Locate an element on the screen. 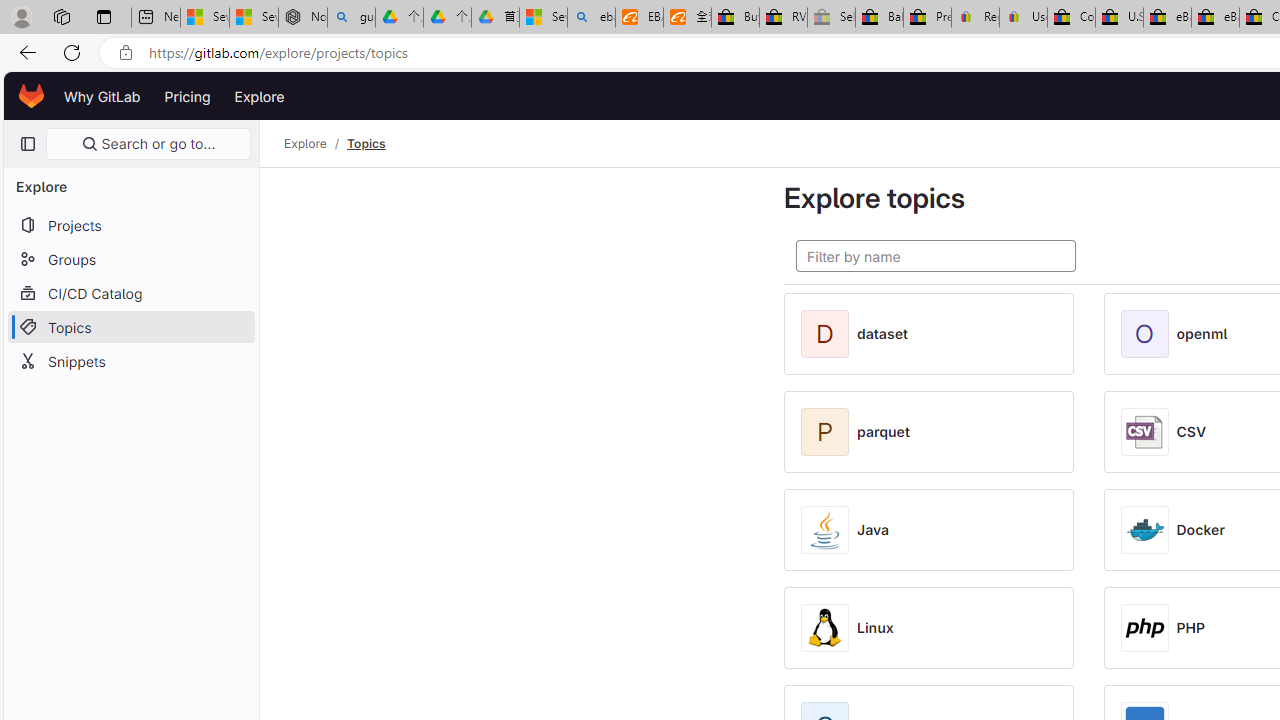 This screenshot has height=720, width=1280. 'Snippets' is located at coordinates (130, 361).